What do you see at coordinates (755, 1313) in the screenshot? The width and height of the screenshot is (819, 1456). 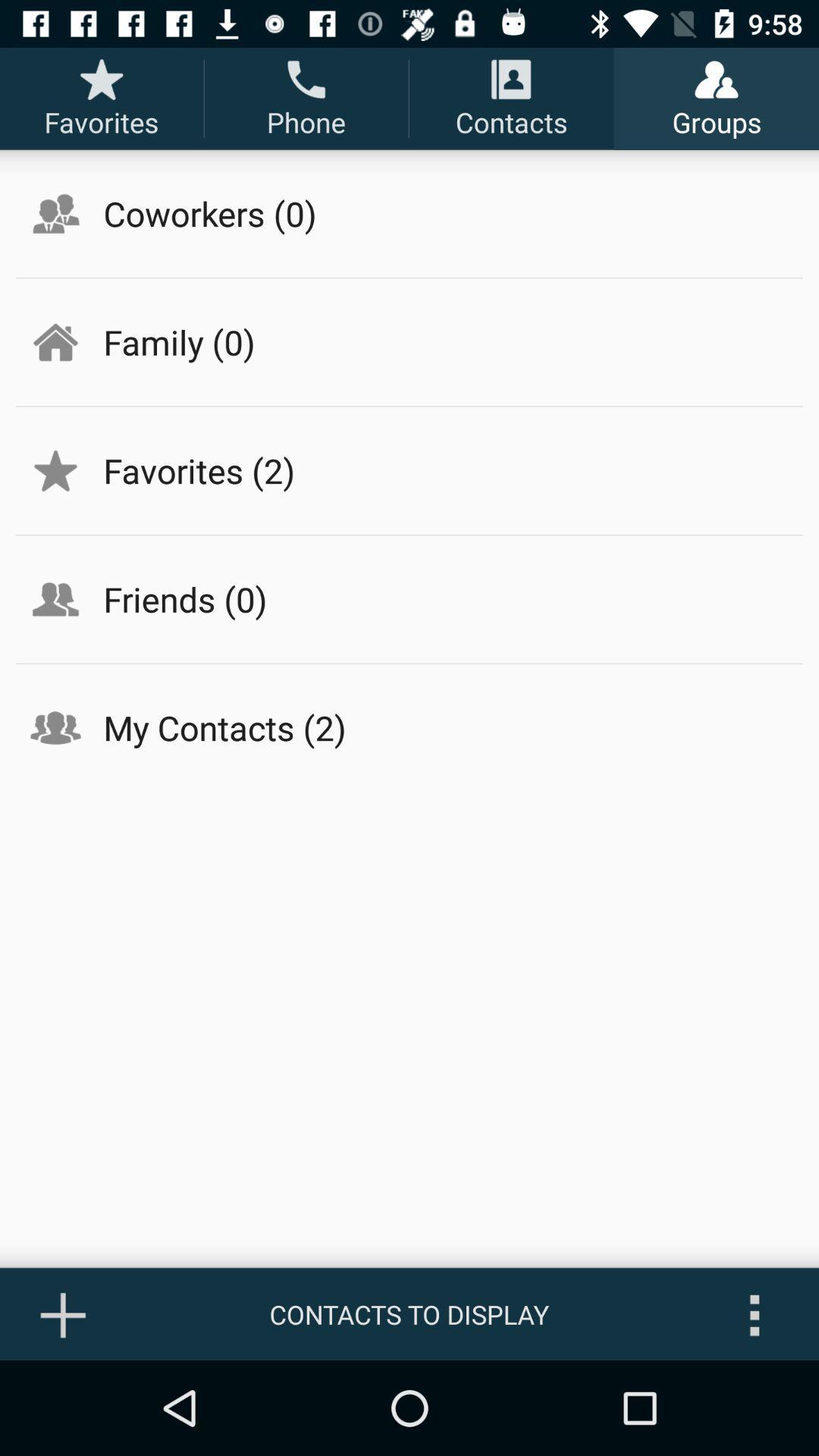 I see `item at the bottom right corner` at bounding box center [755, 1313].